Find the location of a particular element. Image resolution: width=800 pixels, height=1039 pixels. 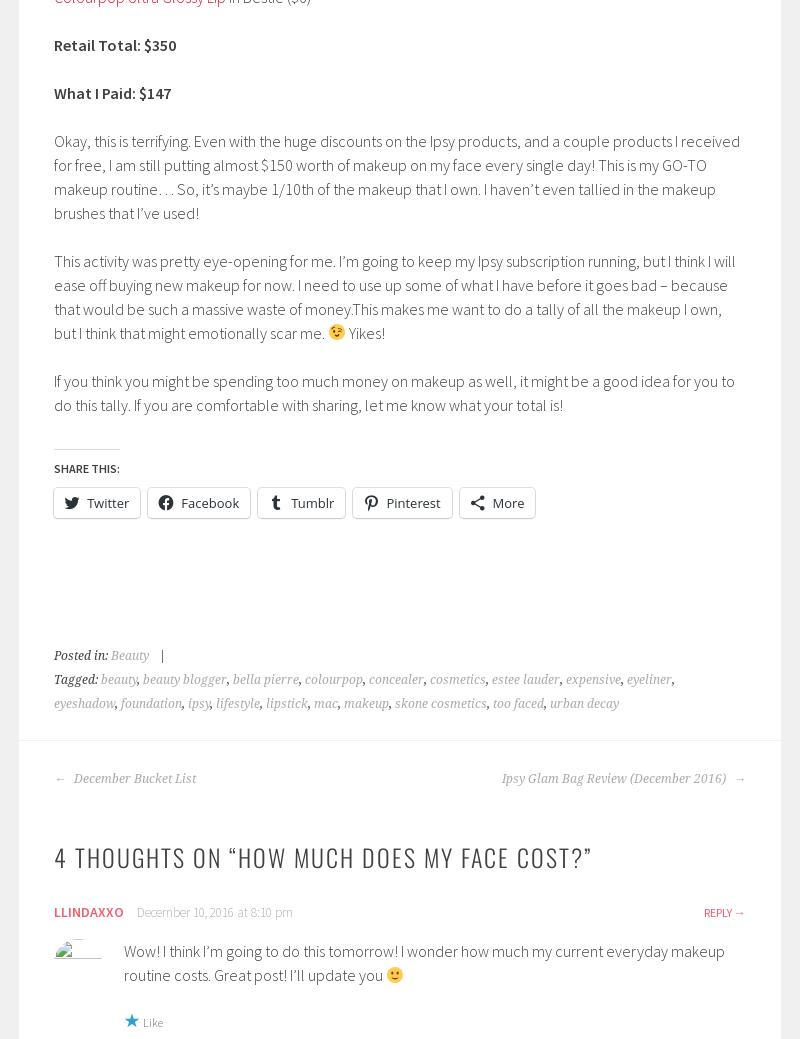

'beauty' is located at coordinates (117, 678).